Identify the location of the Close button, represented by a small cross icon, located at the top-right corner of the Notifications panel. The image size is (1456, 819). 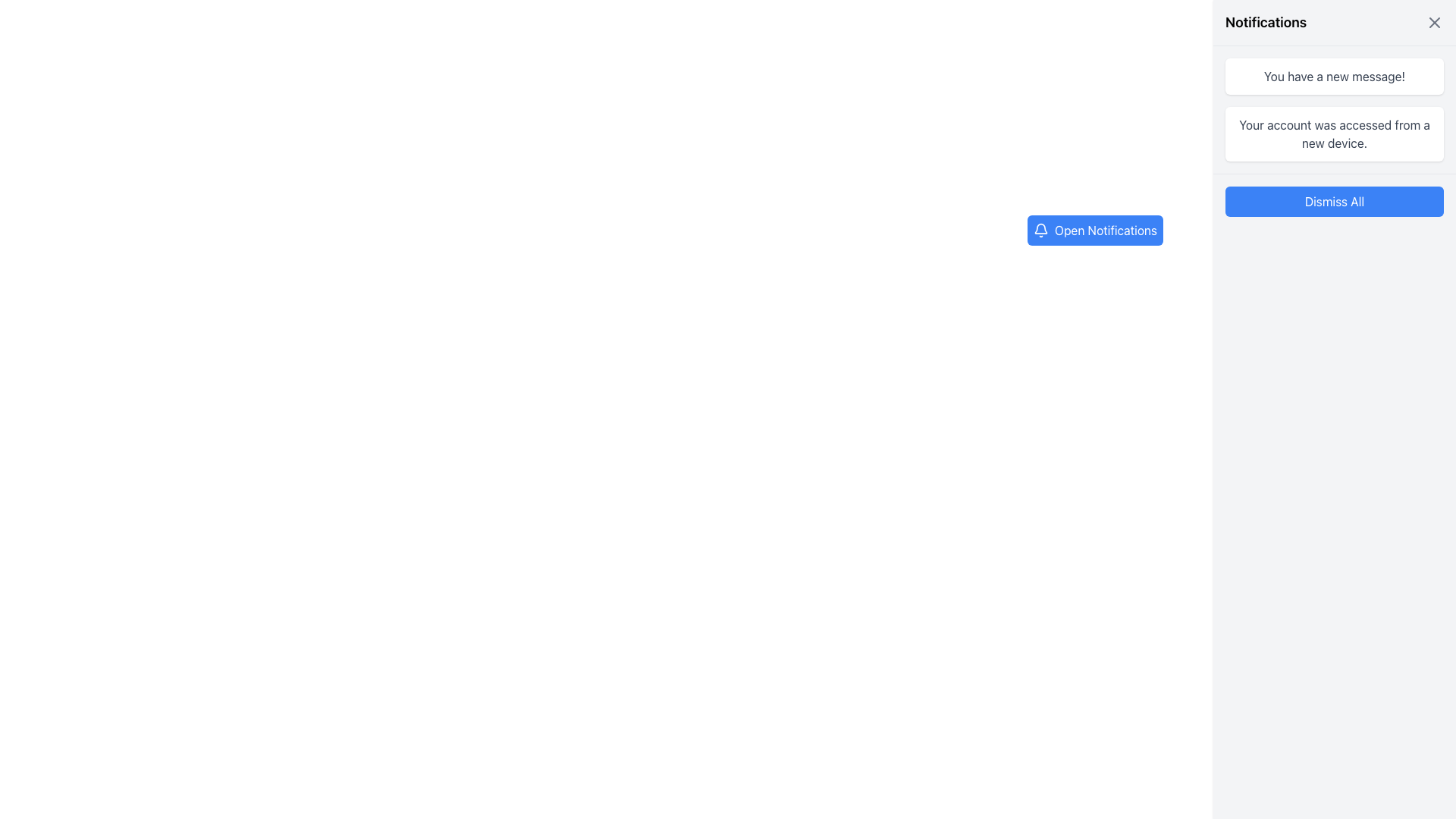
(1433, 23).